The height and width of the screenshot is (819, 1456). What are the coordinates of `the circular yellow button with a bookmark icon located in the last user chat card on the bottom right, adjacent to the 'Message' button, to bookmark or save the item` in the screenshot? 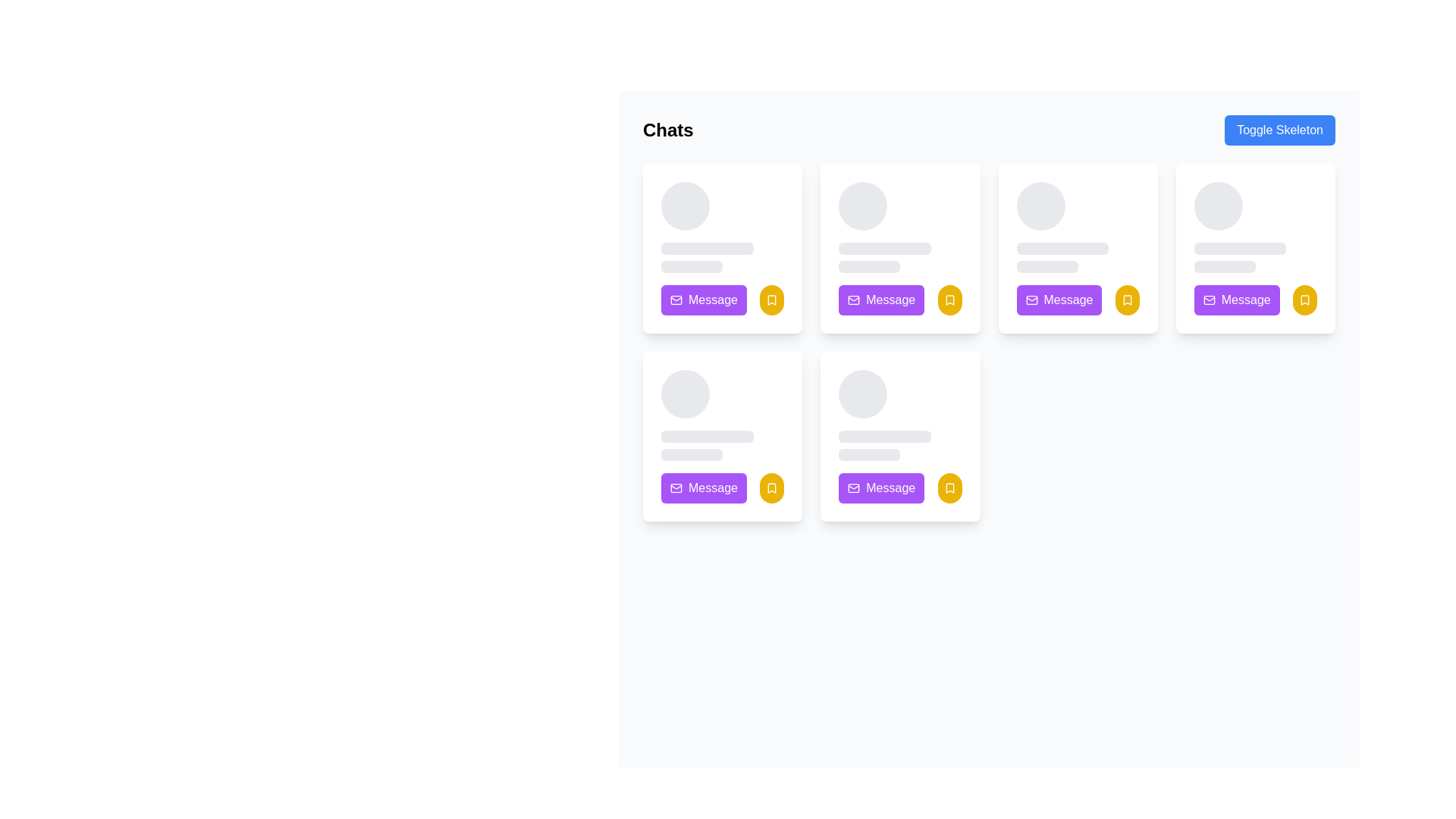 It's located at (949, 488).